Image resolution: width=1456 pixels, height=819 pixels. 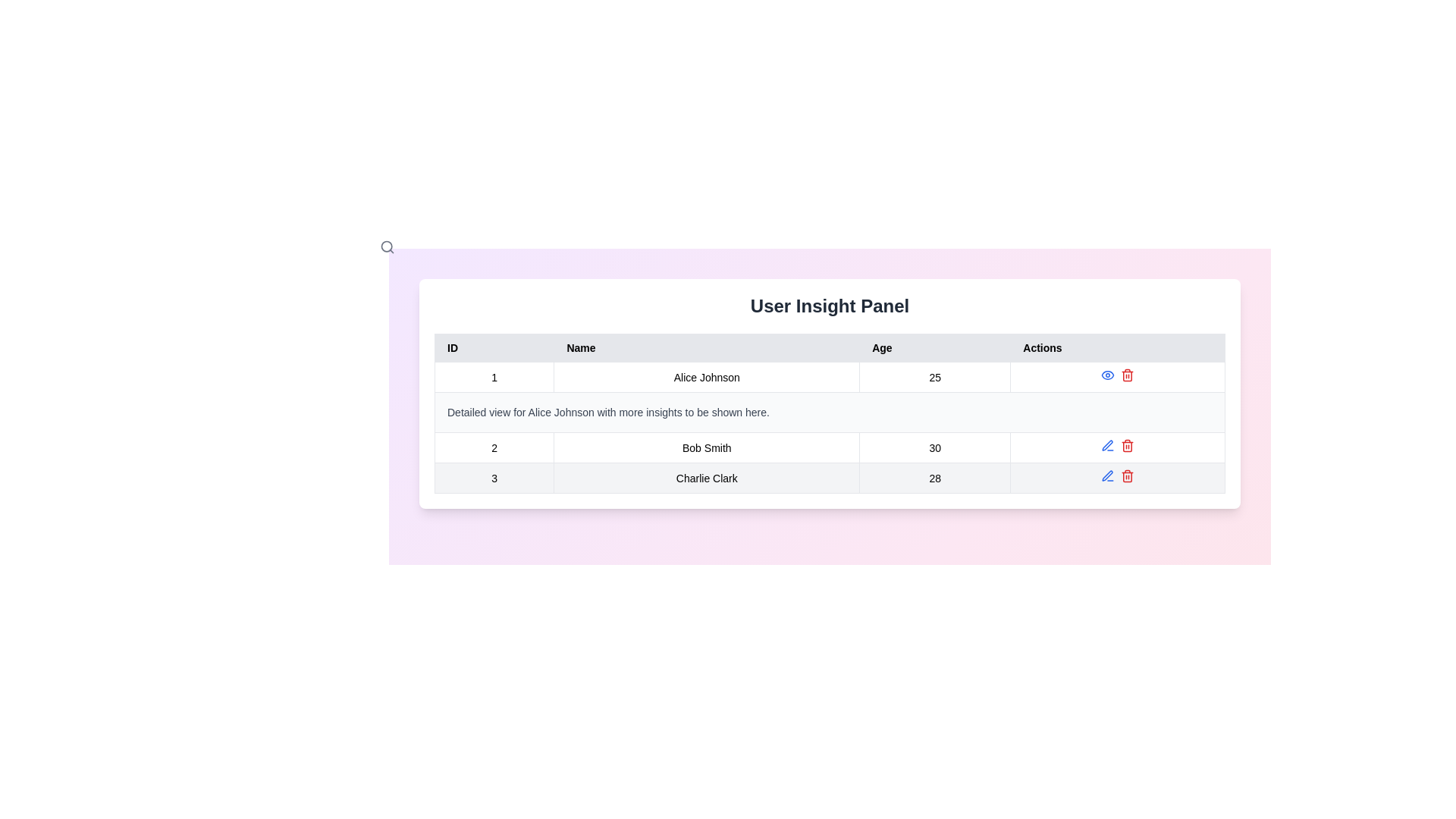 What do you see at coordinates (1108, 444) in the screenshot?
I see `the Icon button in the 'Actions' column for user 'Bob Smith', which allows editing of associated data` at bounding box center [1108, 444].